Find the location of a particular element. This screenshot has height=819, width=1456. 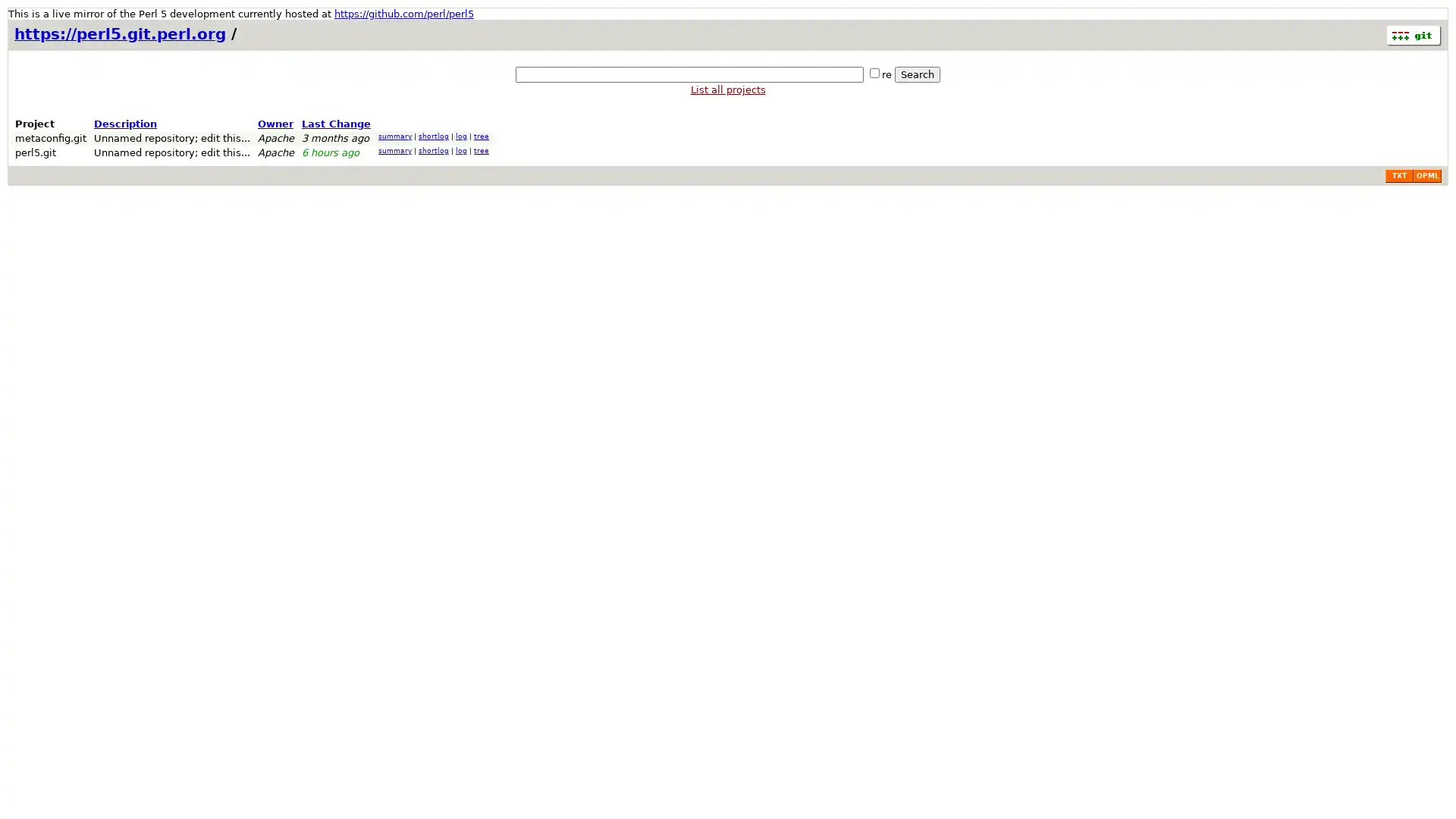

Search is located at coordinates (916, 74).